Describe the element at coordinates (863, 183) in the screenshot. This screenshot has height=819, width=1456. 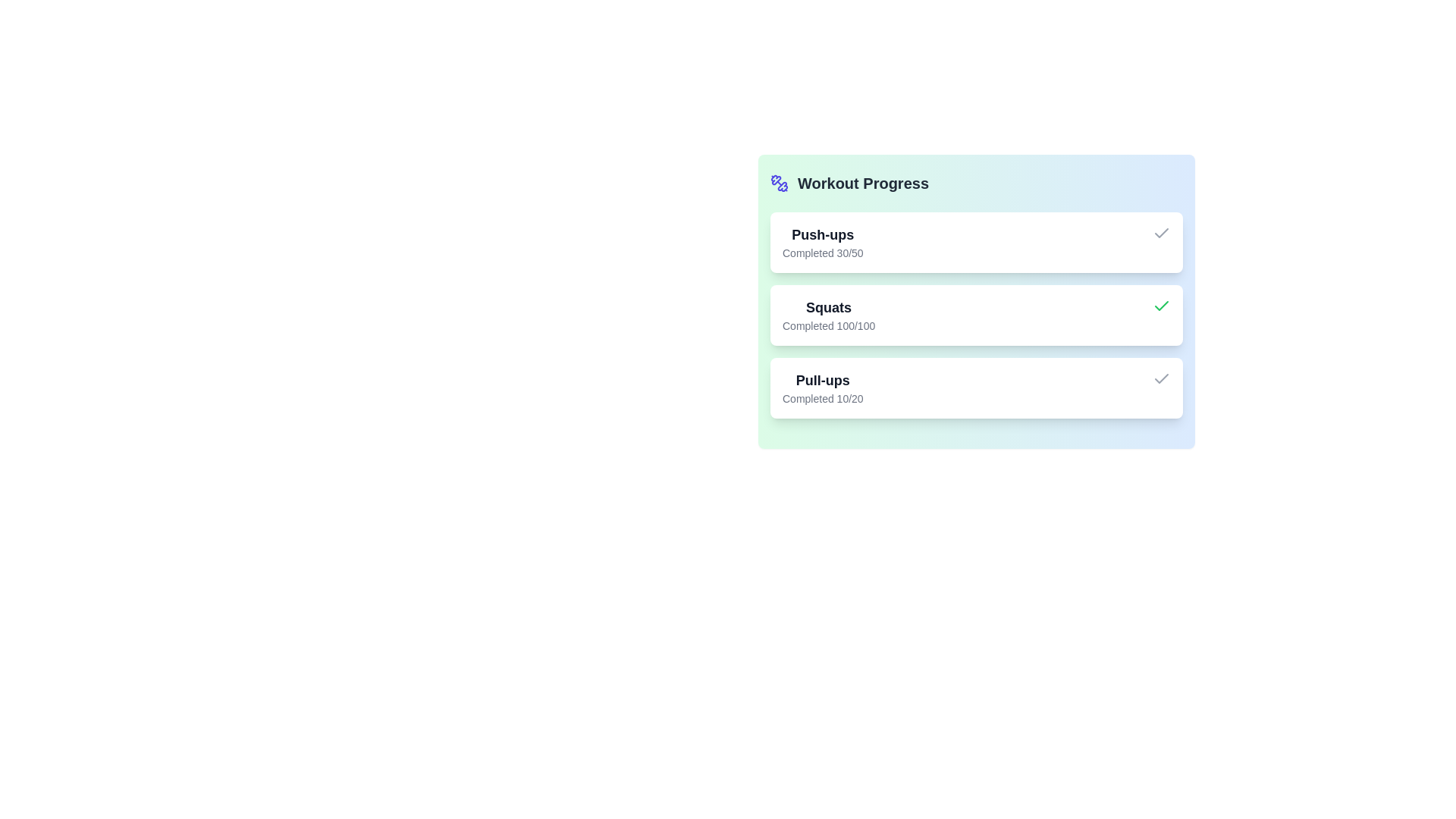
I see `the static text heading or label that serves as the title for the workout-related metrics section, located near the top-left corner of the panel` at that location.